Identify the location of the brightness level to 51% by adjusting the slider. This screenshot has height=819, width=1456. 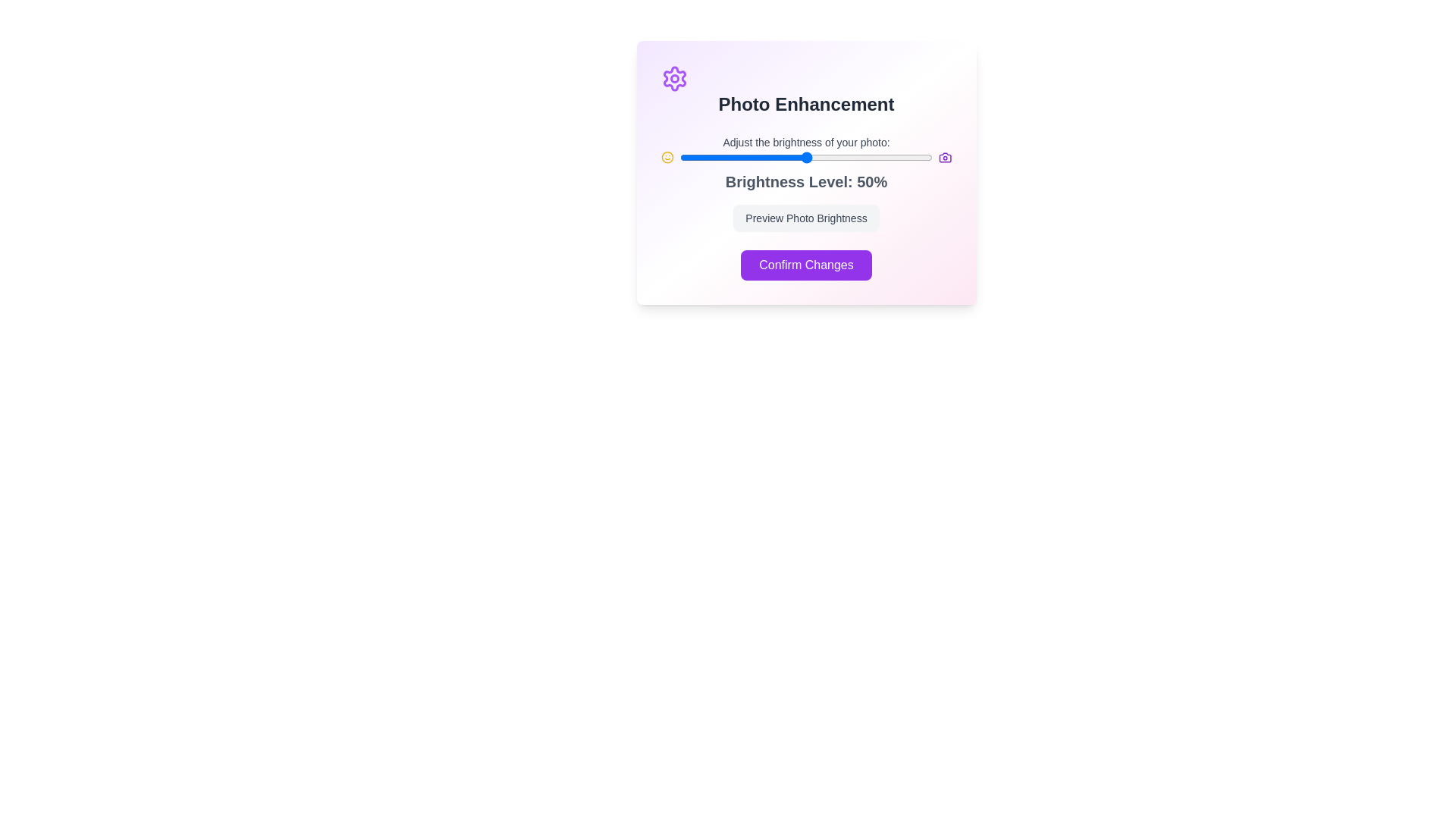
(808, 158).